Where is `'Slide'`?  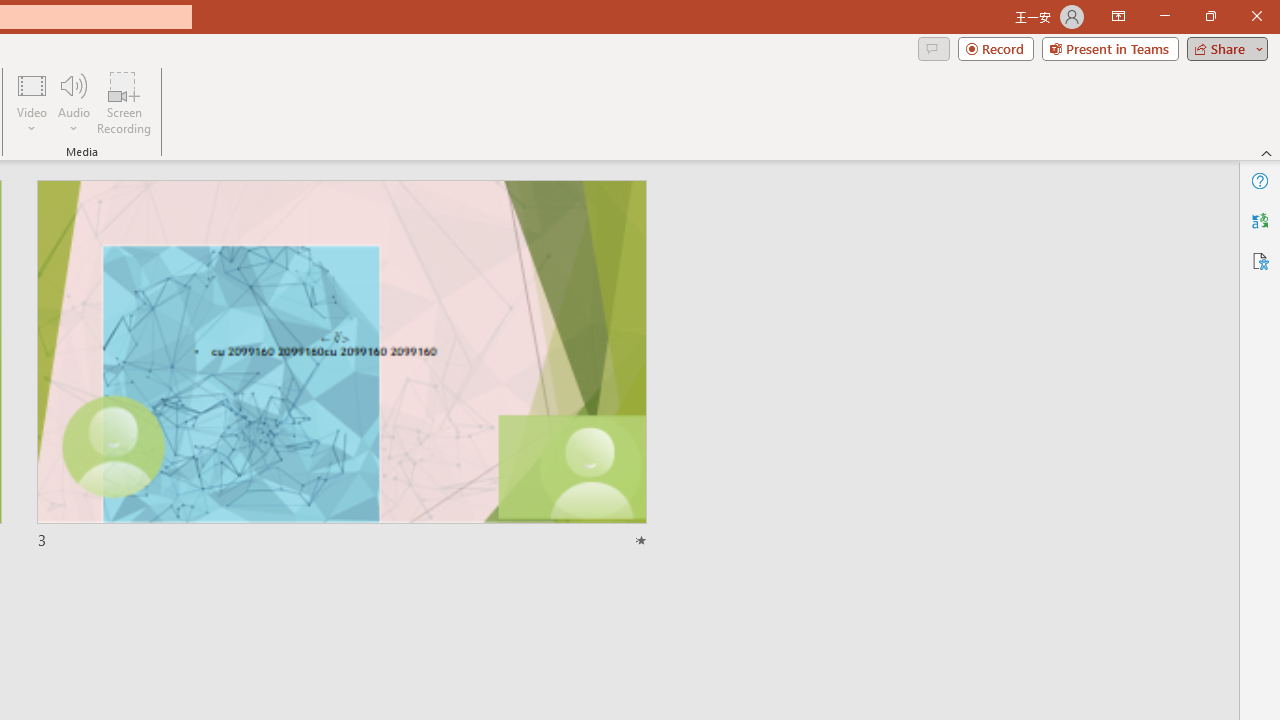 'Slide' is located at coordinates (341, 365).